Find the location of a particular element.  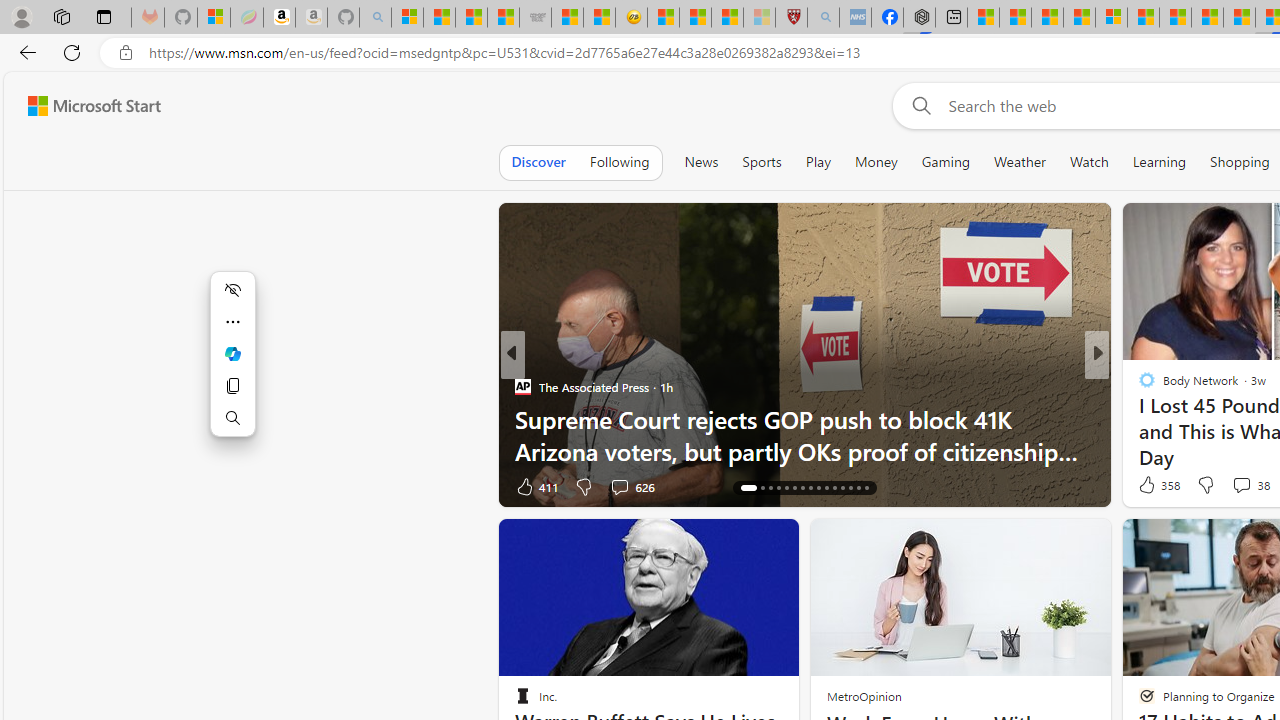

'View comments 64 Comment' is located at coordinates (1234, 486).